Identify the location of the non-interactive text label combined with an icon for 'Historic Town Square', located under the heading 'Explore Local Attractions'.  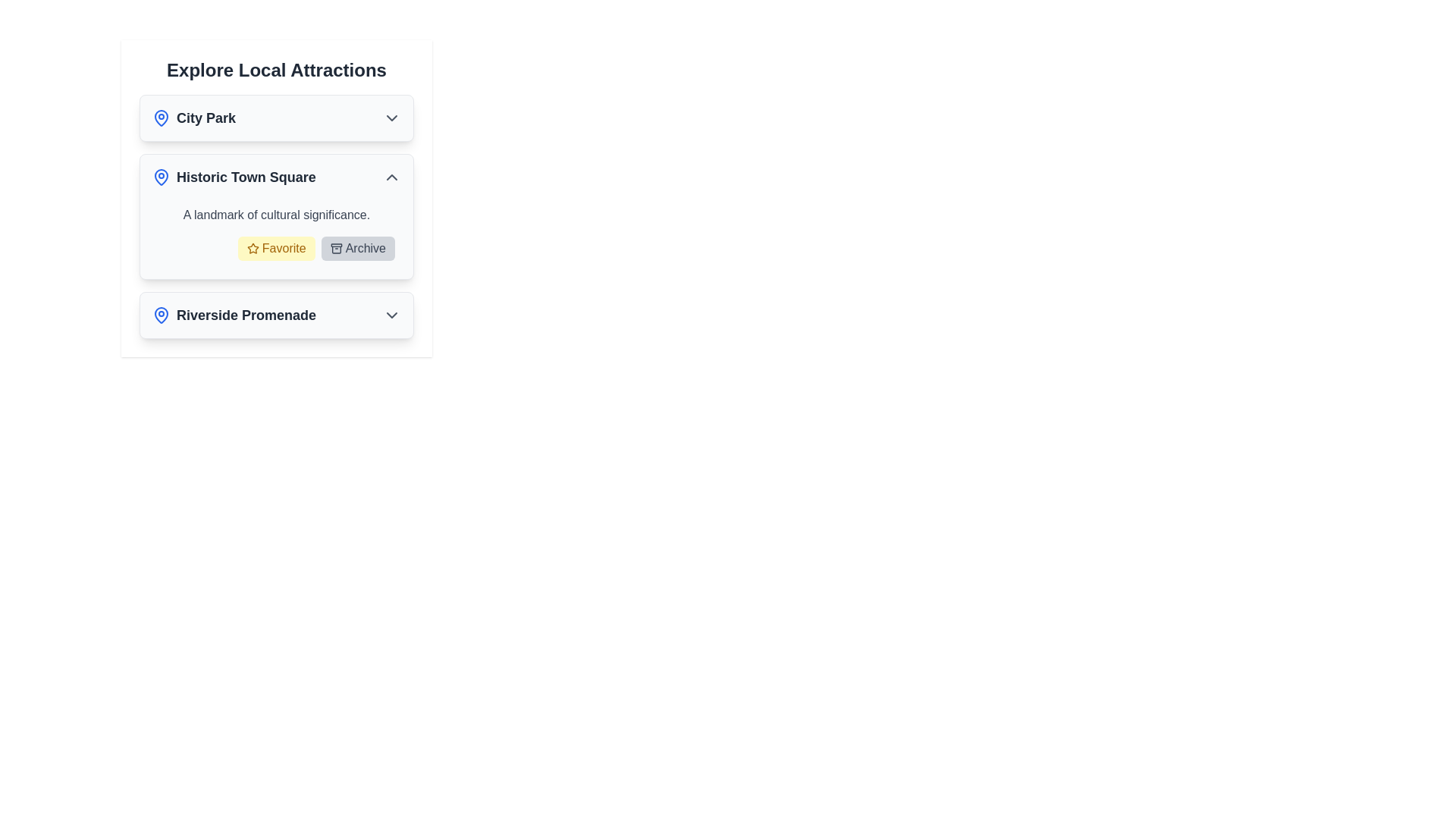
(233, 177).